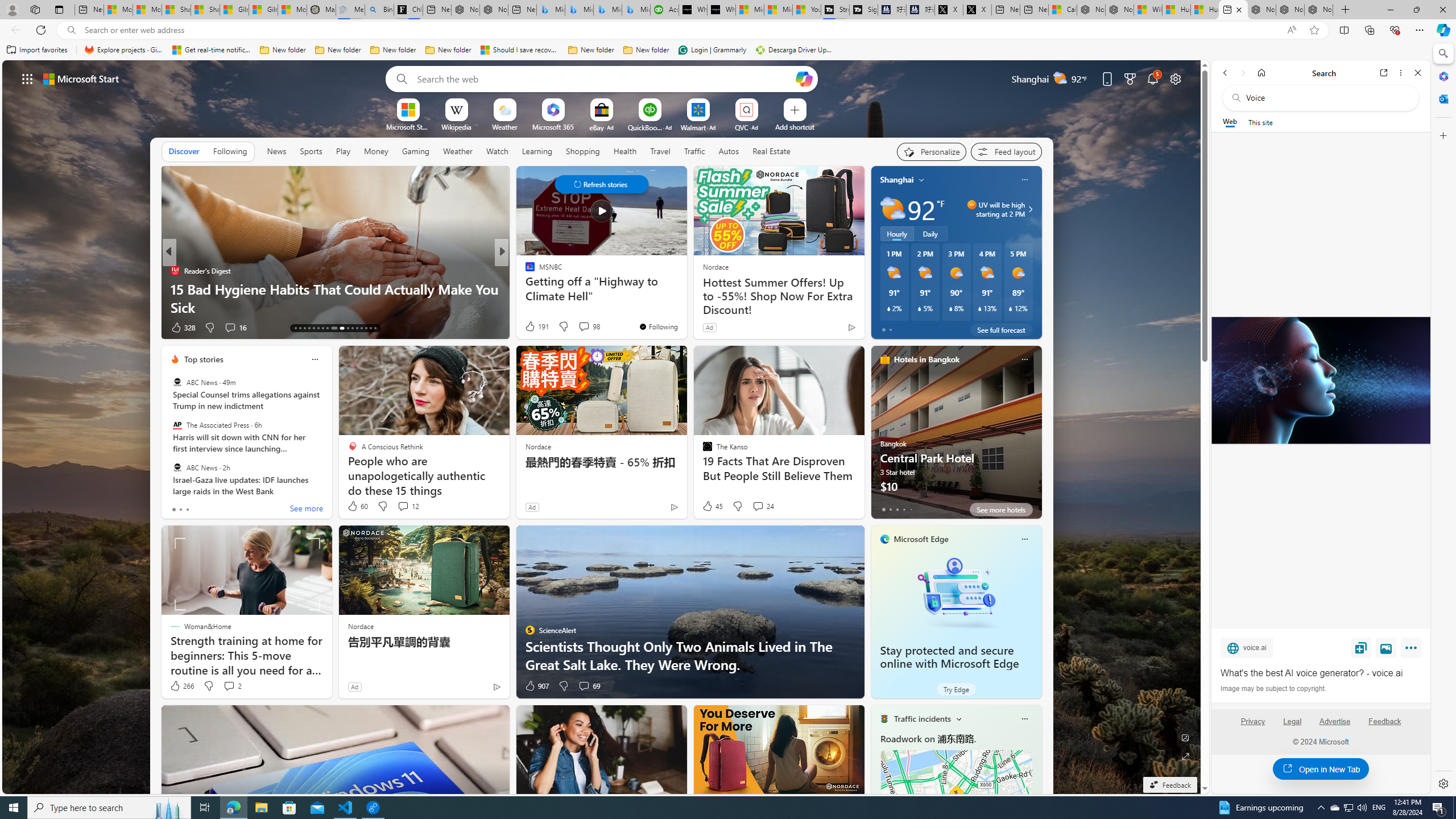 This screenshot has width=1456, height=819. I want to click on 'tab-4', so click(911, 509).